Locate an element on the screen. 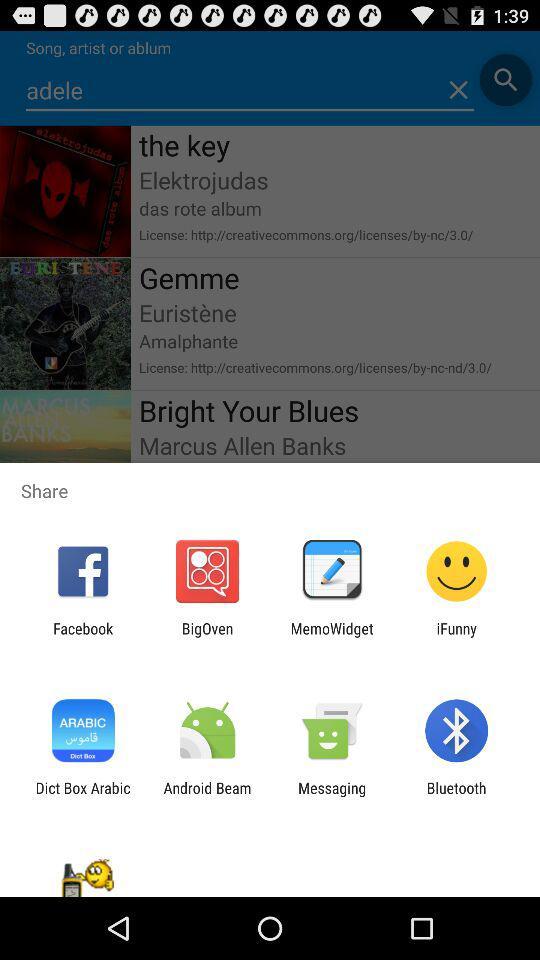 This screenshot has height=960, width=540. the app to the left of messaging app is located at coordinates (206, 796).